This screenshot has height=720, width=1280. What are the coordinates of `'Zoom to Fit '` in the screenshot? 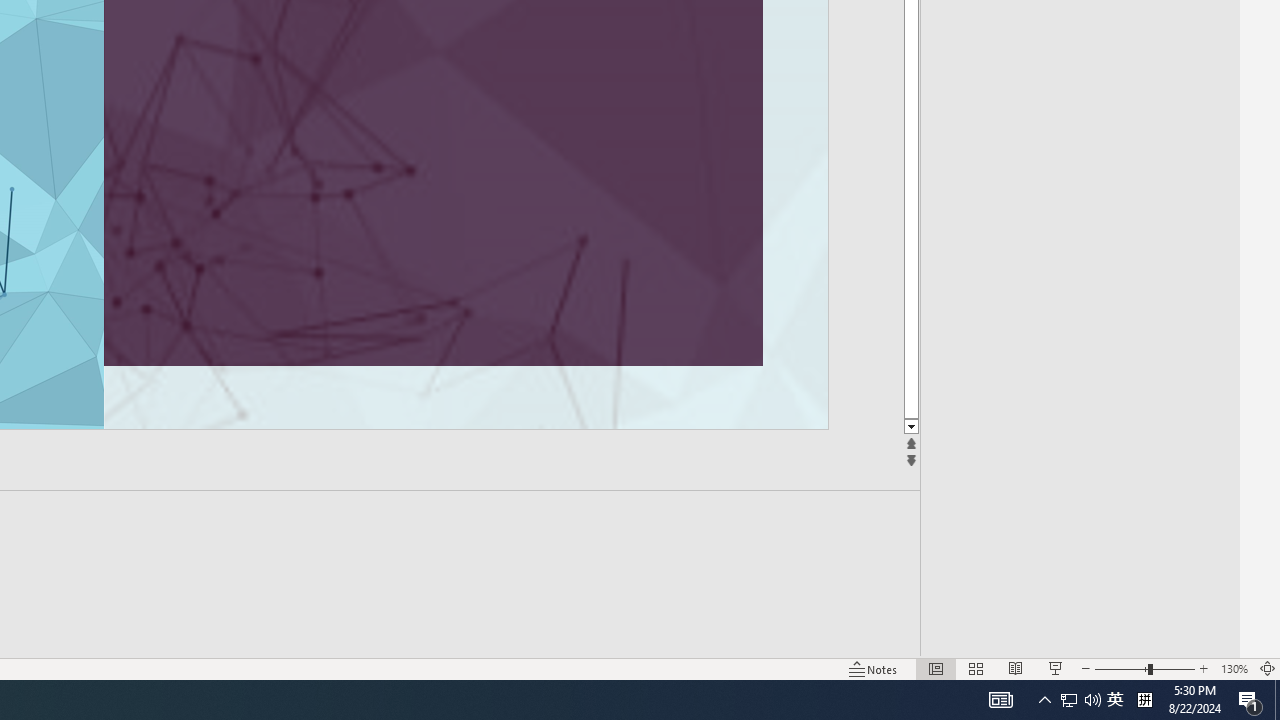 It's located at (1266, 669).